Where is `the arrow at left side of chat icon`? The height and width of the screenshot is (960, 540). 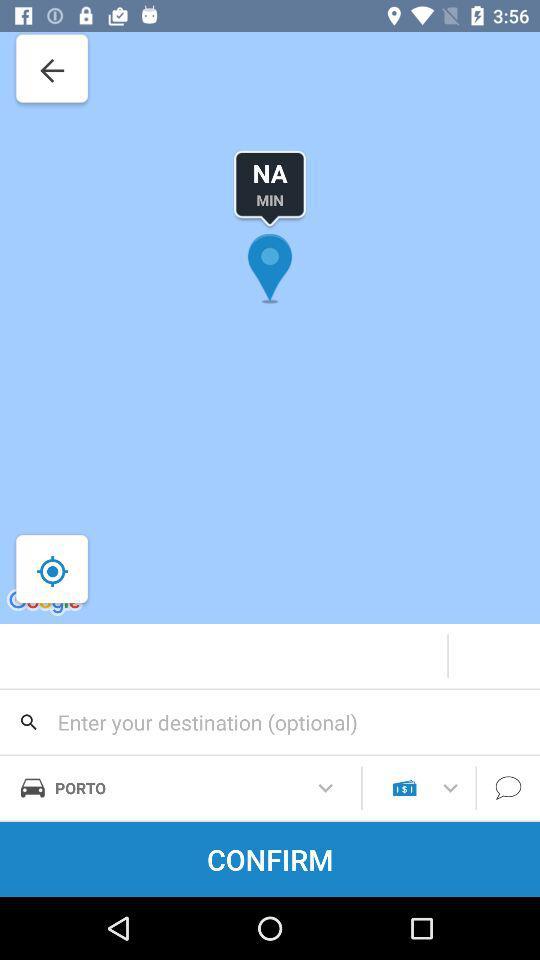 the arrow at left side of chat icon is located at coordinates (450, 788).